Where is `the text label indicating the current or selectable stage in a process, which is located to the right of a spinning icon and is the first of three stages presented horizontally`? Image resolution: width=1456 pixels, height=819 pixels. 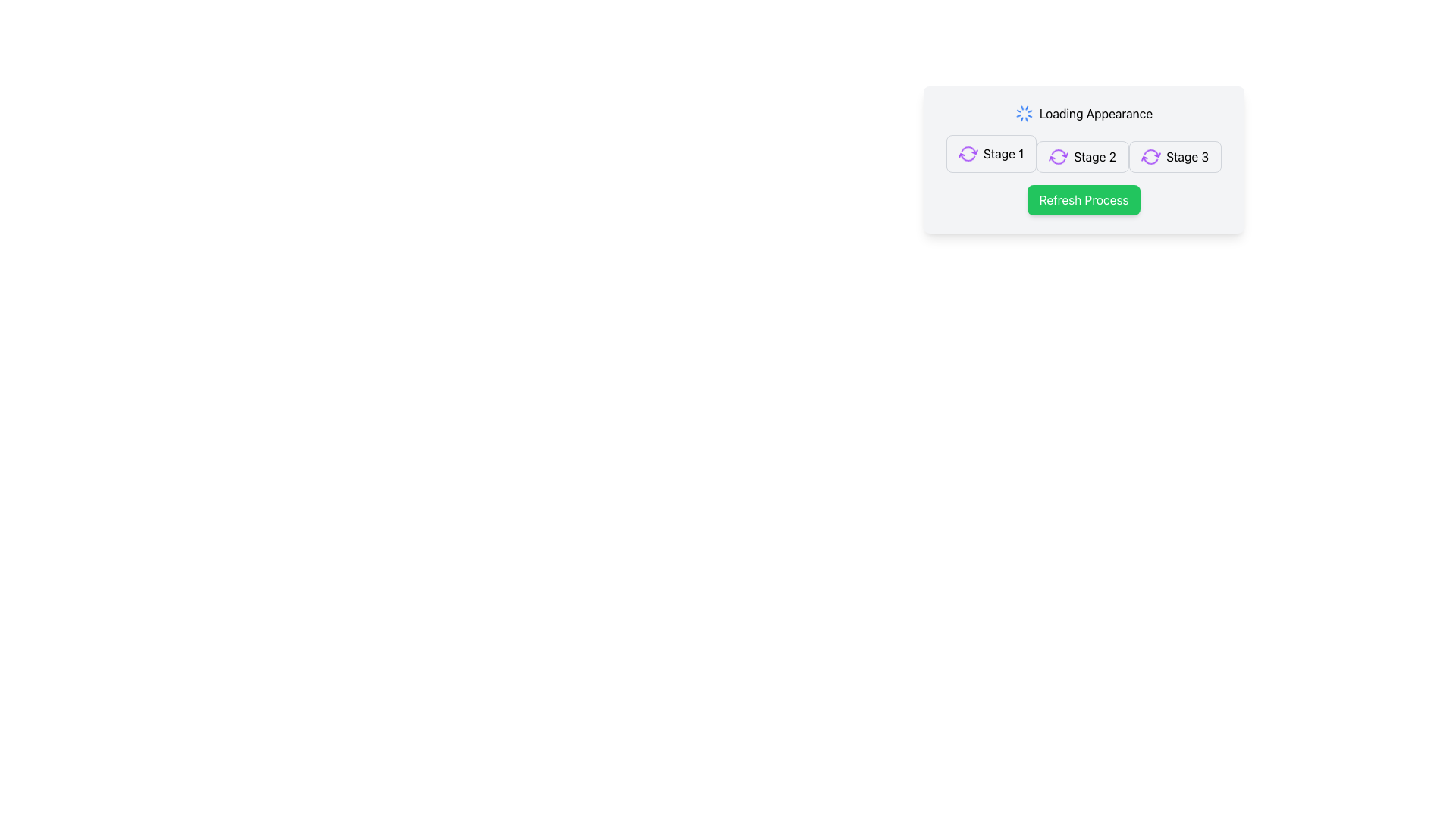 the text label indicating the current or selectable stage in a process, which is located to the right of a spinning icon and is the first of three stages presented horizontally is located at coordinates (1003, 154).